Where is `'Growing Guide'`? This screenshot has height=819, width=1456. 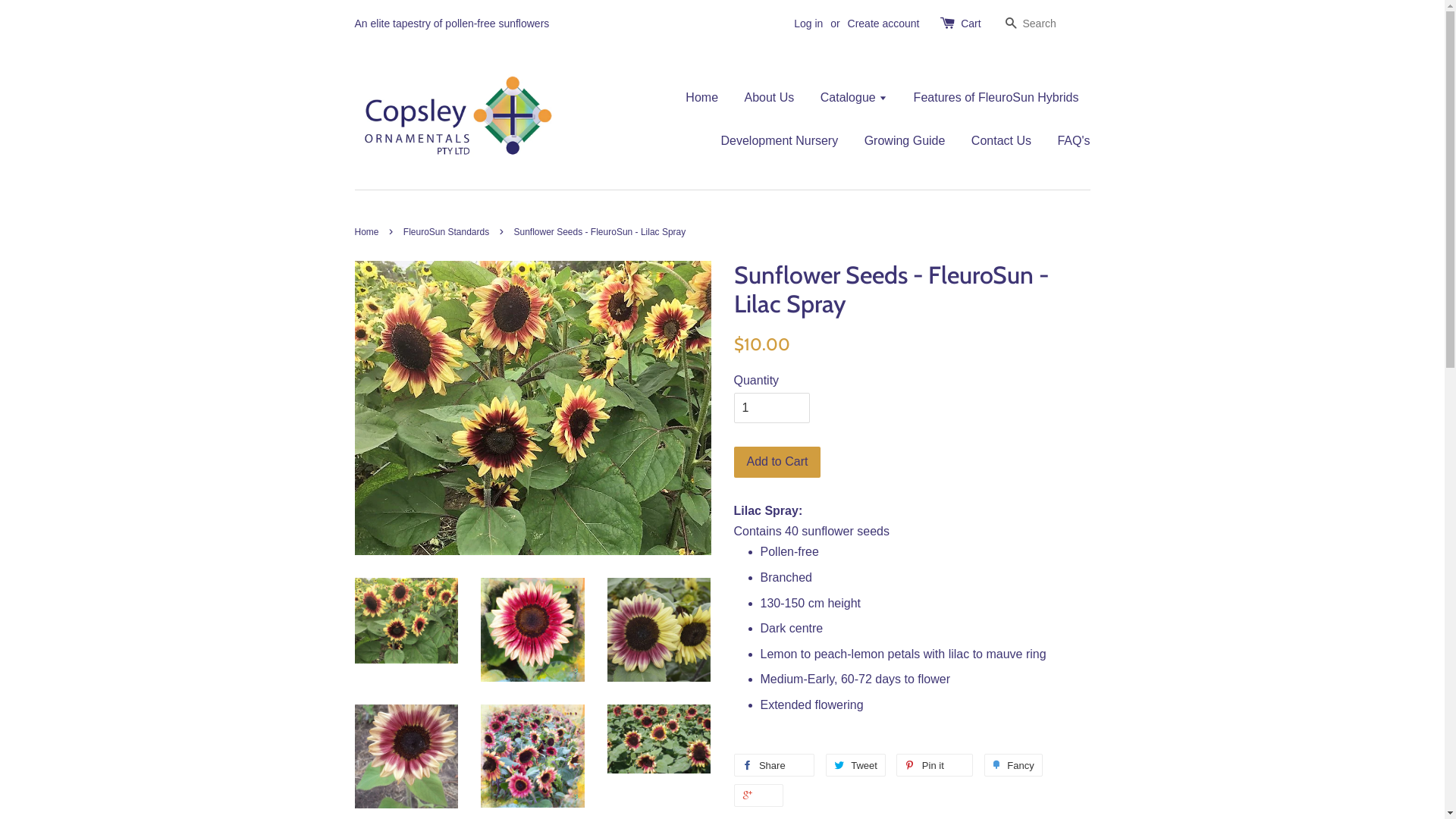
'Growing Guide' is located at coordinates (905, 140).